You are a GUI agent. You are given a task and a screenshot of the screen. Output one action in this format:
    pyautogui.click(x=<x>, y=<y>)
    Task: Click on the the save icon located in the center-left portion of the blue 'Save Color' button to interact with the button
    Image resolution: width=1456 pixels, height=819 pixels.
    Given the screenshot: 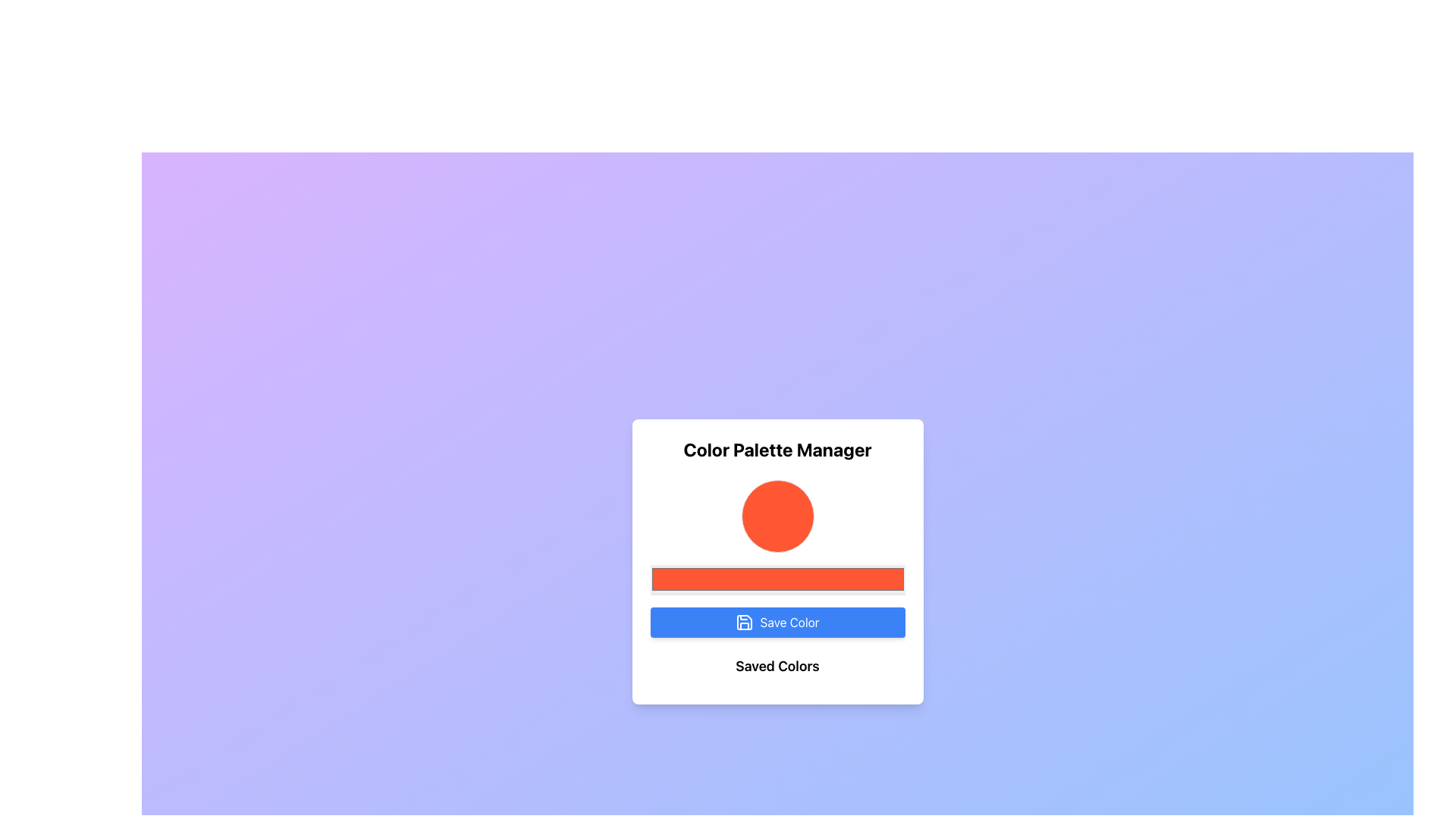 What is the action you would take?
    pyautogui.click(x=745, y=623)
    